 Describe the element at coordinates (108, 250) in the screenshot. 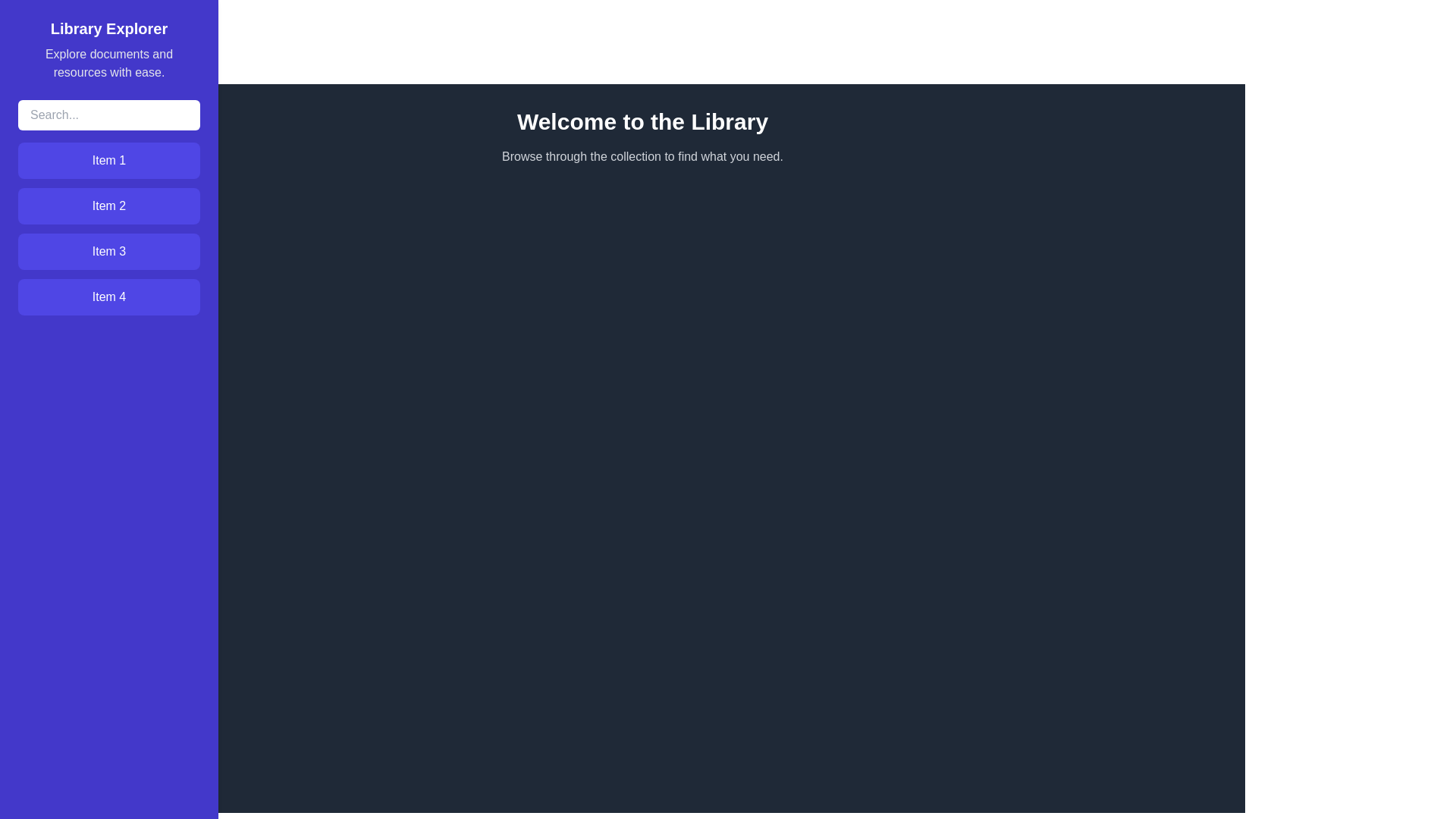

I see `the menu item Item 3 to see its hover effect` at that location.